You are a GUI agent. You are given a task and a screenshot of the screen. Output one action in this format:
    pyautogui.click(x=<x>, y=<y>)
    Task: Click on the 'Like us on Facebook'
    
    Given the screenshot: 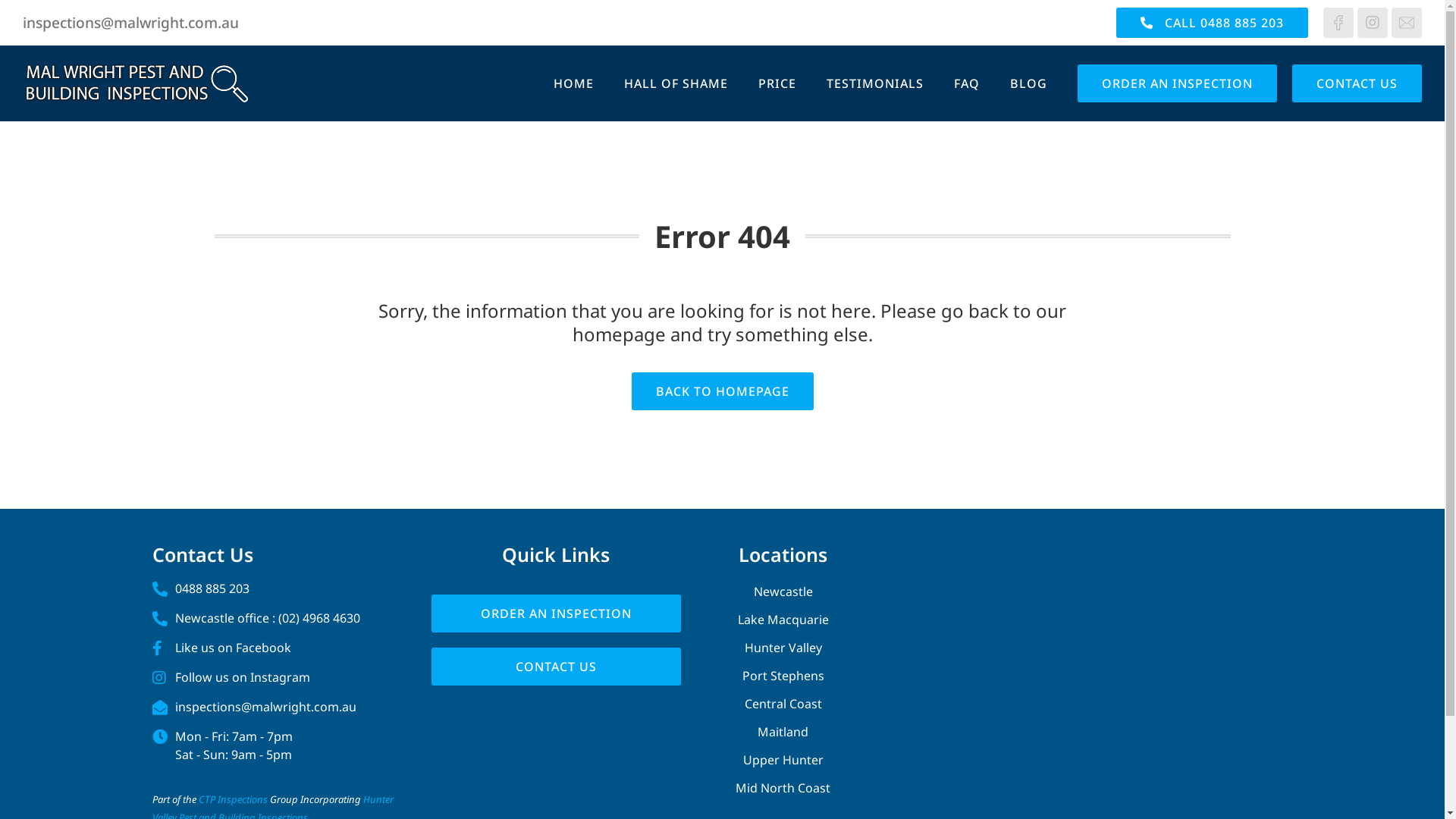 What is the action you would take?
    pyautogui.click(x=276, y=647)
    